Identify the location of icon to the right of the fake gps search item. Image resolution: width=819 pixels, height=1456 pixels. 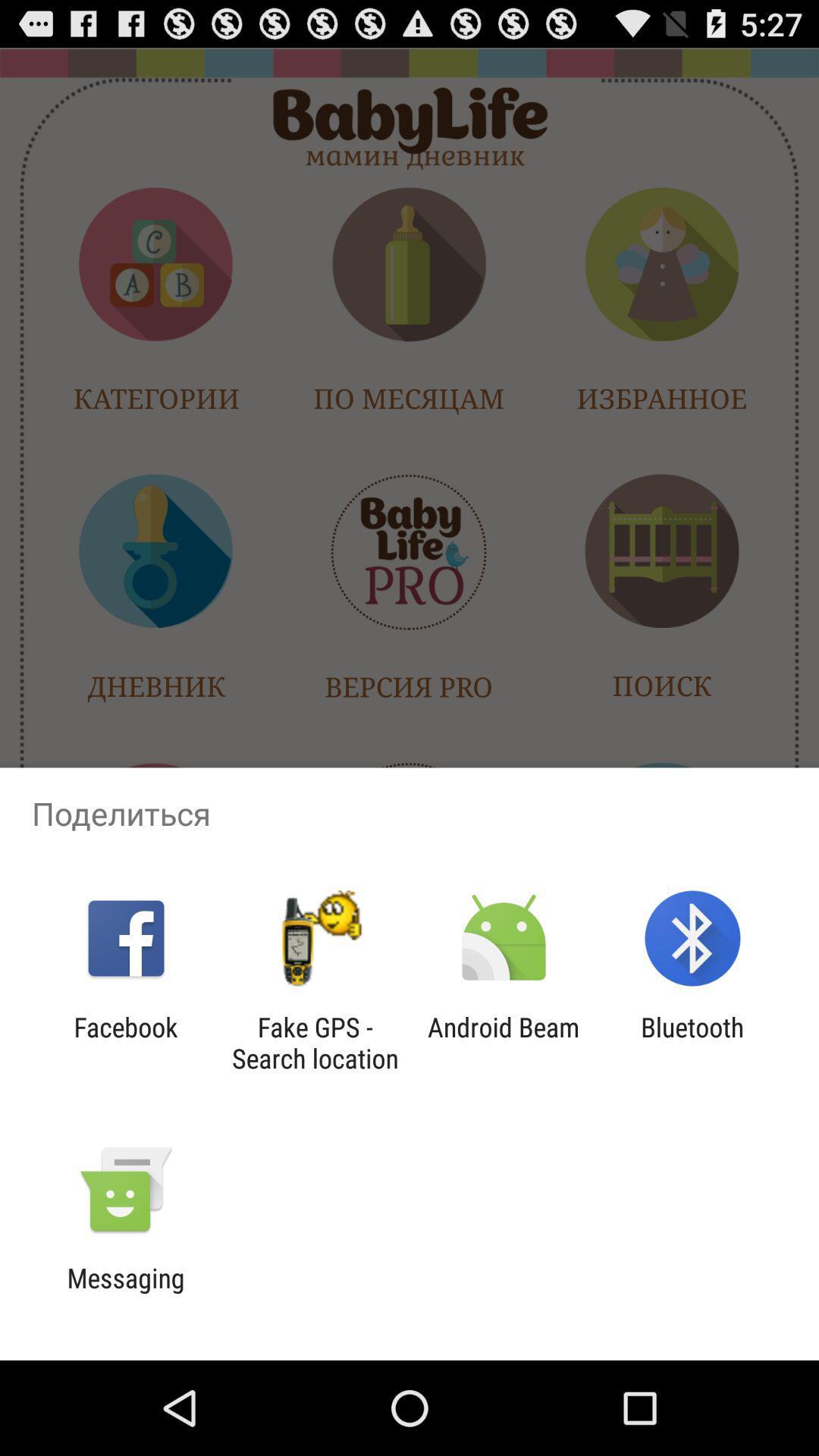
(504, 1042).